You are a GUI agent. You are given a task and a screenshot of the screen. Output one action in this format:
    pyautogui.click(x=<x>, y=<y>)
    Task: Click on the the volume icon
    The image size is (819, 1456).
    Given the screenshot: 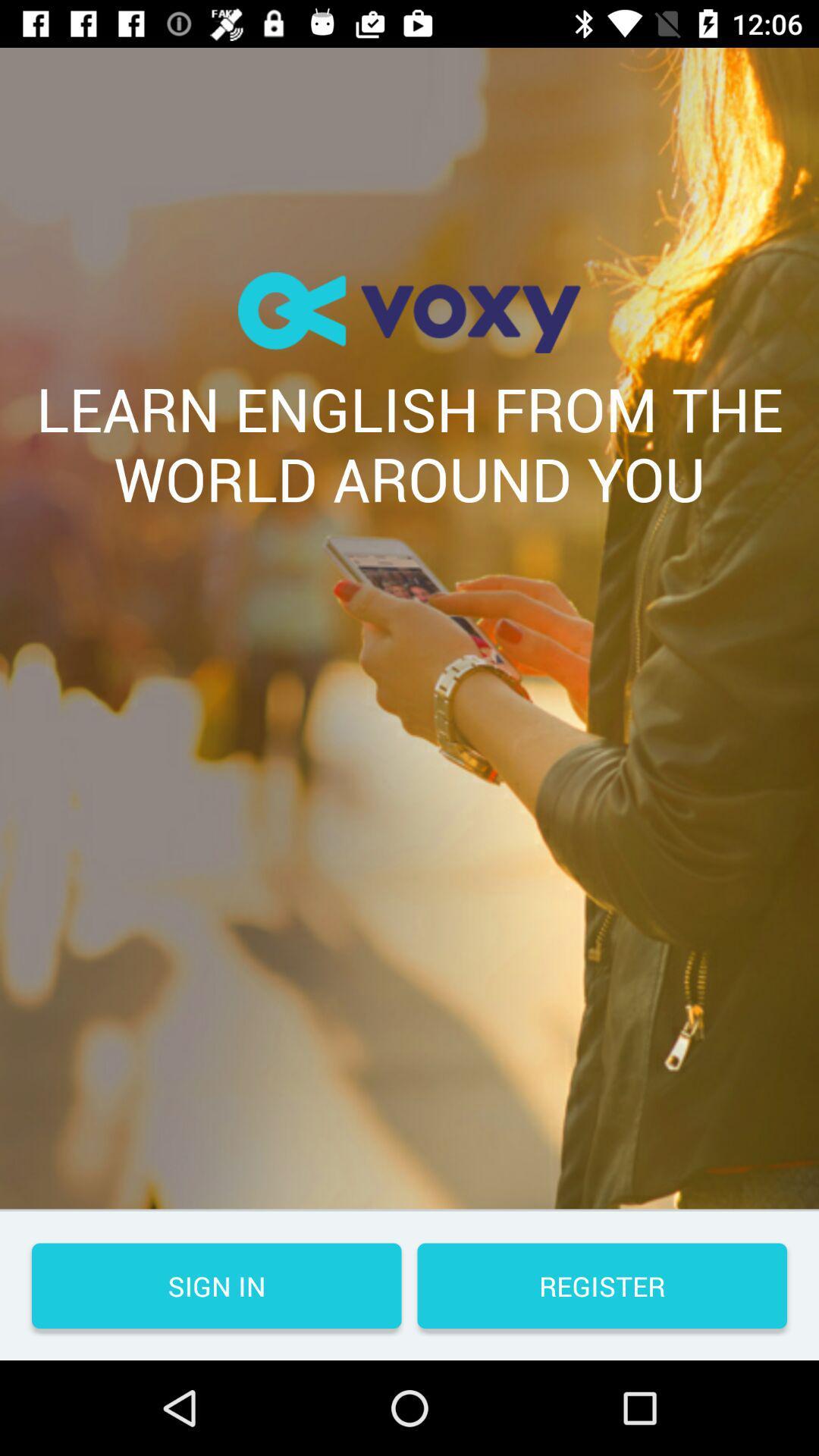 What is the action you would take?
    pyautogui.click(x=409, y=312)
    